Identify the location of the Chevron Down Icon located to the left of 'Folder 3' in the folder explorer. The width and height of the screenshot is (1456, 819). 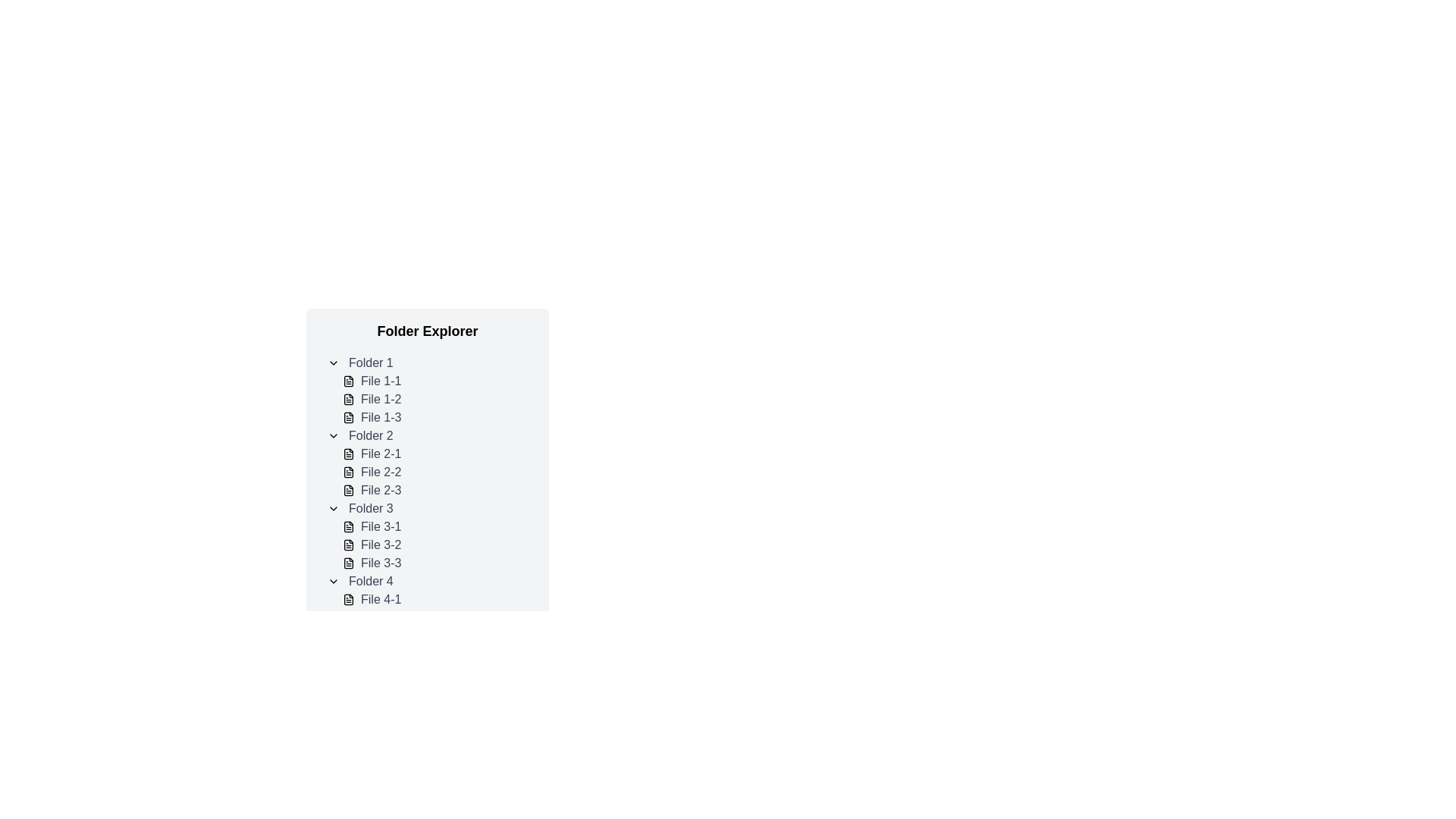
(333, 509).